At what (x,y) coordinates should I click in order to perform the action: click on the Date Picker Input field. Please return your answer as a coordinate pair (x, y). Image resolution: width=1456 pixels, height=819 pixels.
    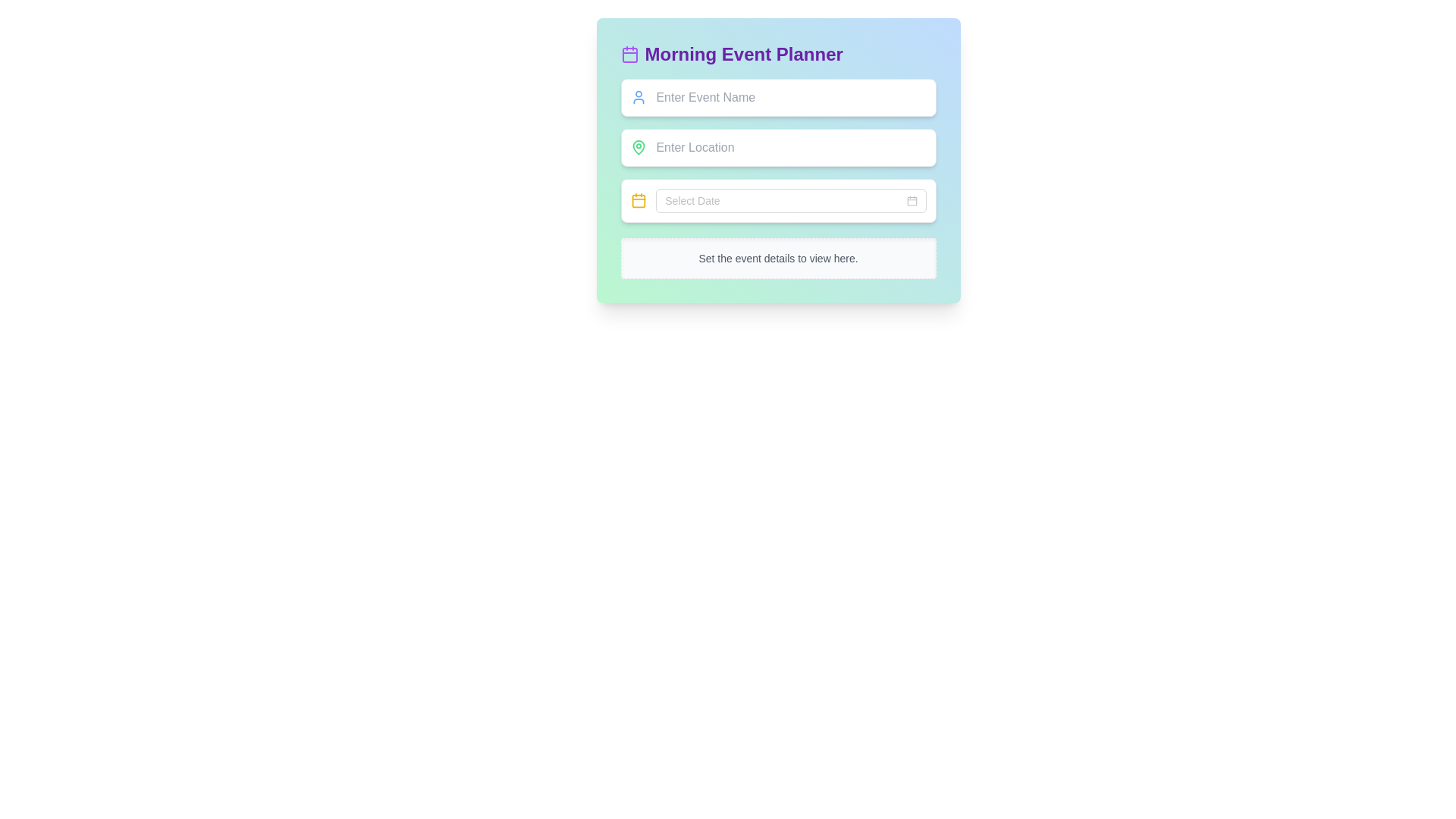
    Looking at the image, I should click on (778, 200).